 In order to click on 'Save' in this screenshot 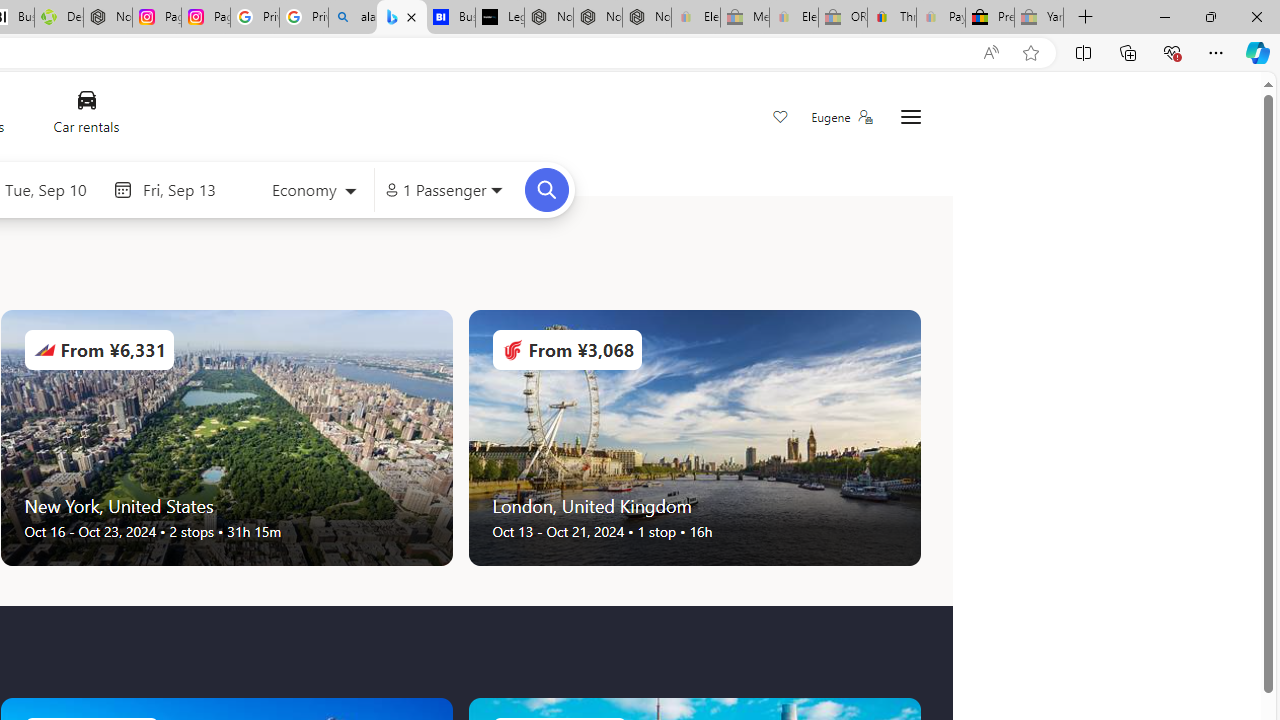, I will do `click(779, 118)`.